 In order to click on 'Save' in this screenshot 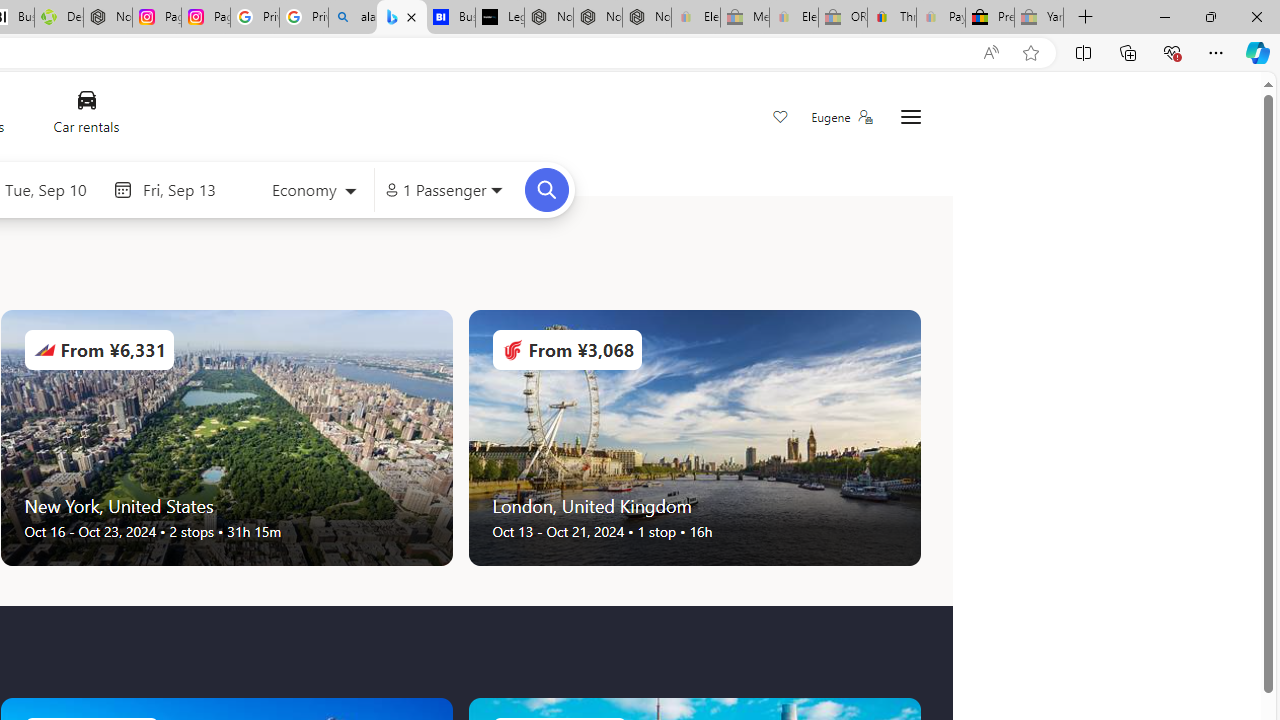, I will do `click(779, 118)`.